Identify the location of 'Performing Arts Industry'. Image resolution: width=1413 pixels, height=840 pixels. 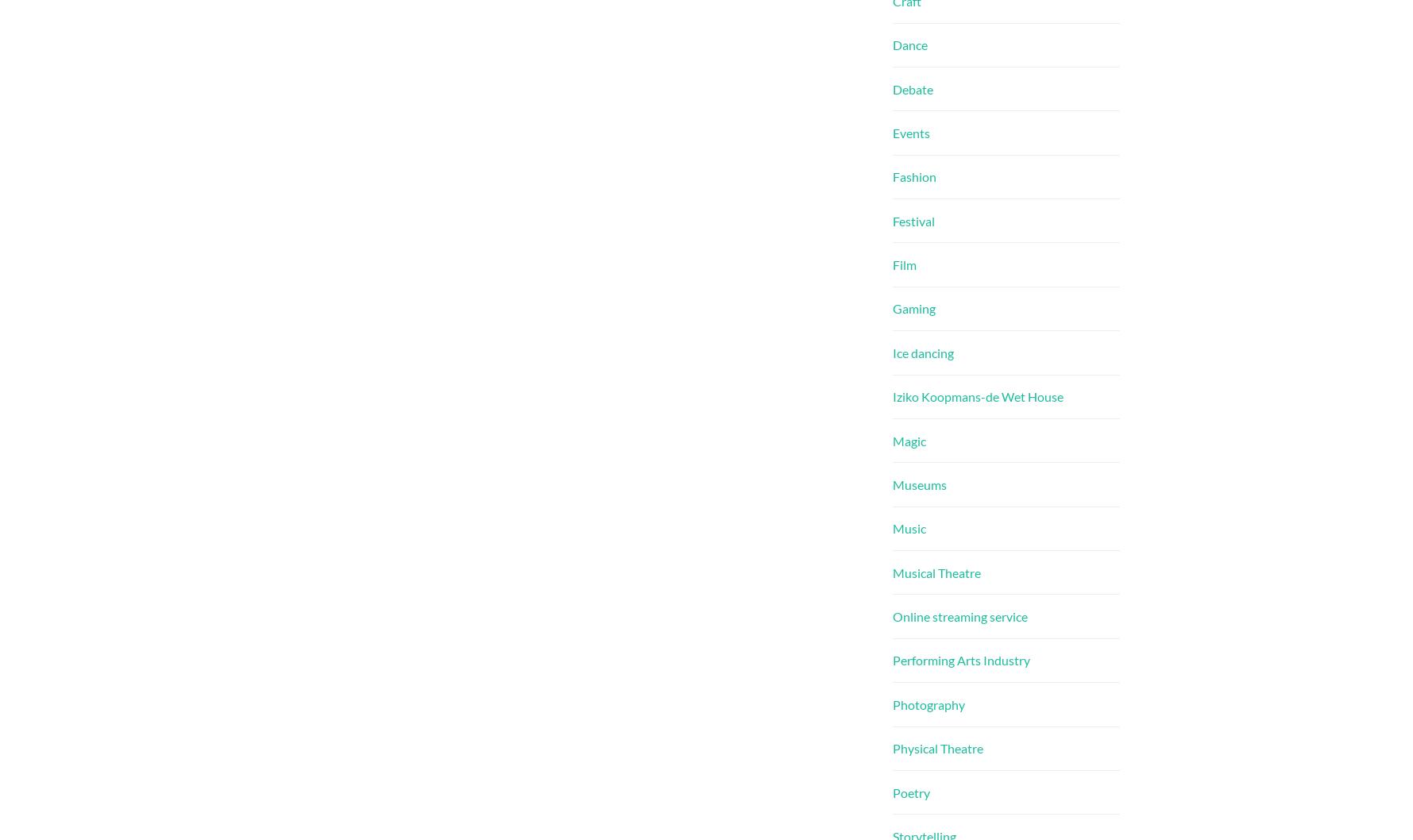
(892, 659).